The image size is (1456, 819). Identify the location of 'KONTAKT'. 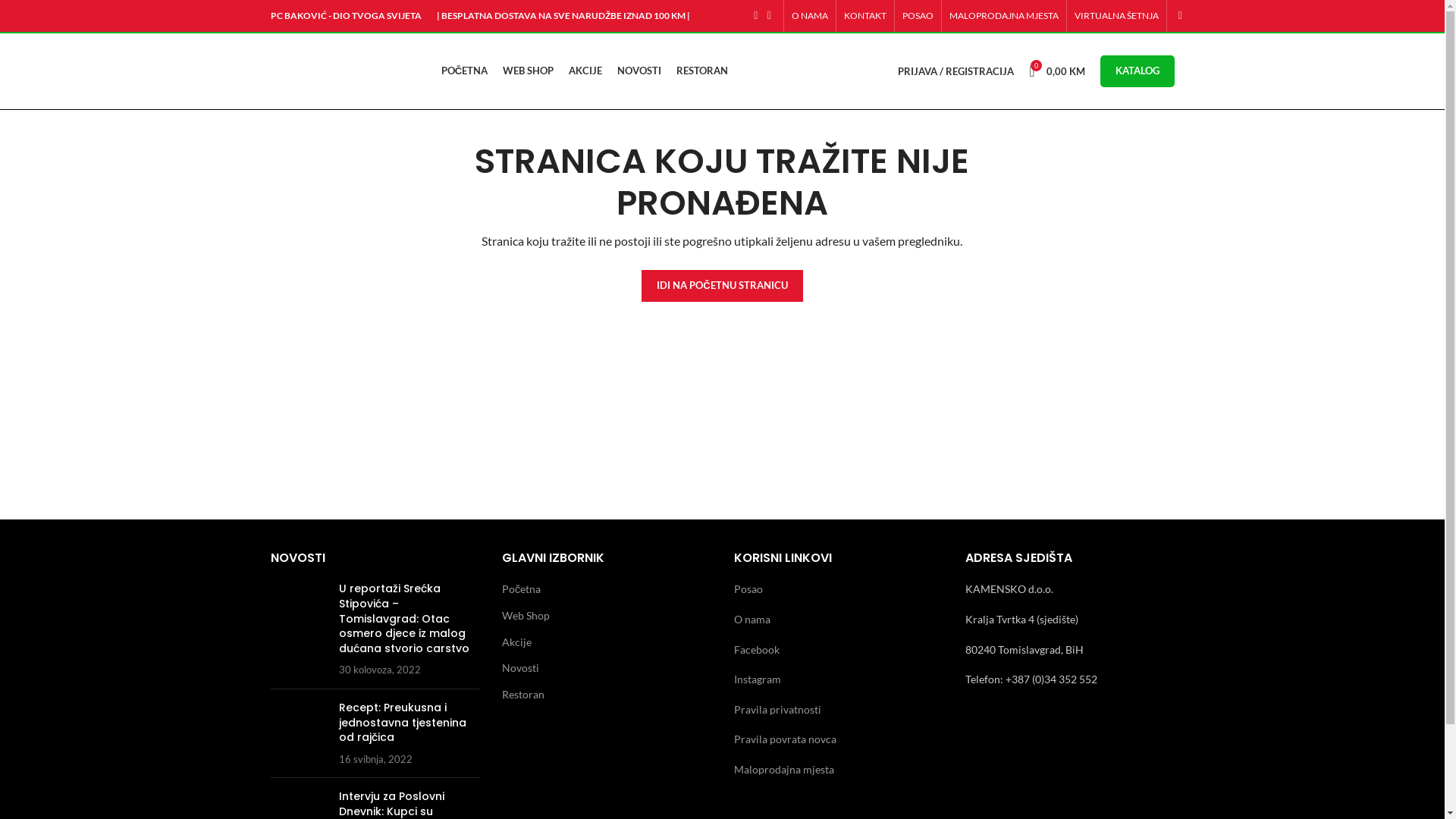
(864, 15).